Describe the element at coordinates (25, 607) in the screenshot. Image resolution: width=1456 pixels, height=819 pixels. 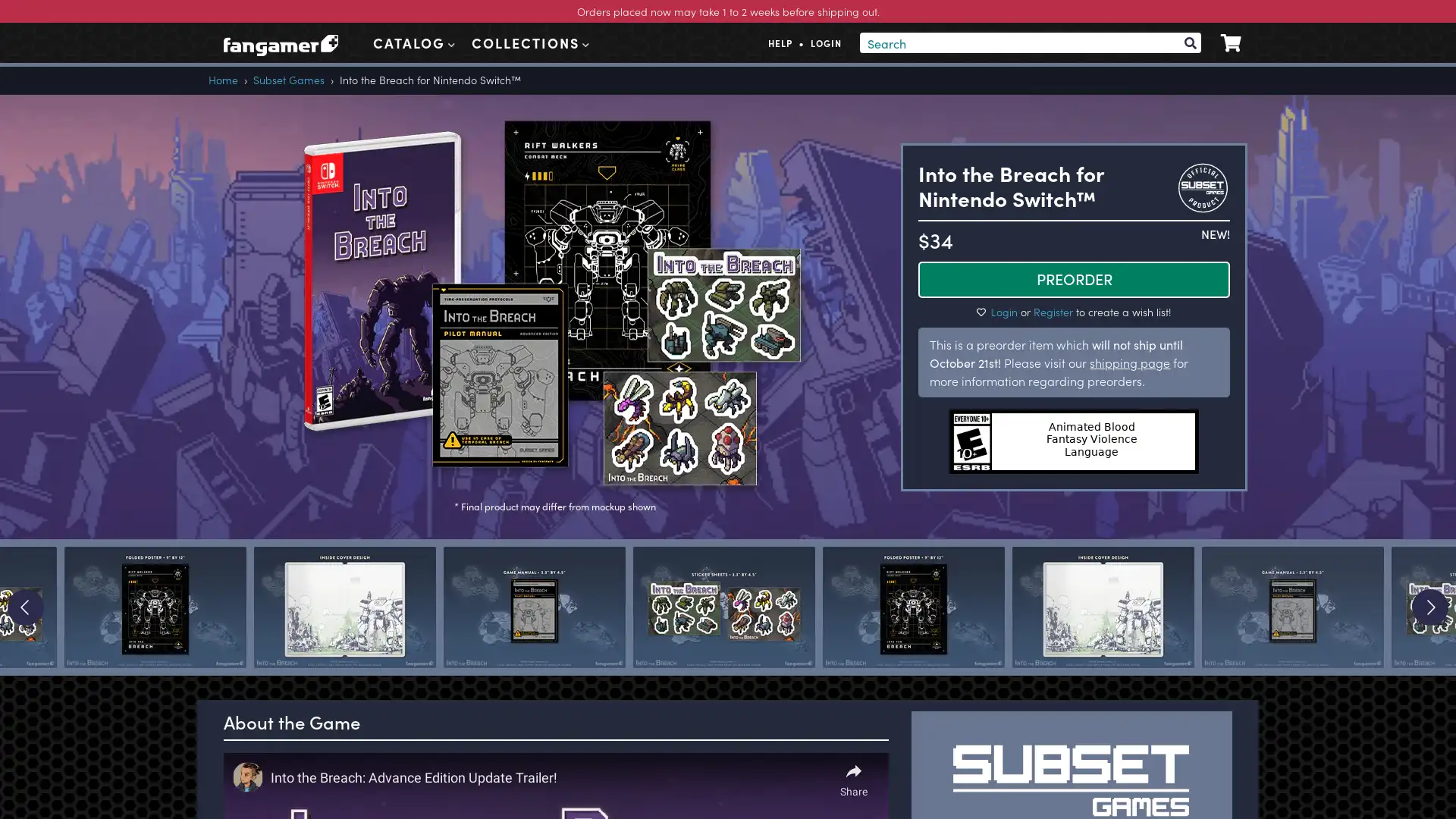
I see `Previous slide` at that location.